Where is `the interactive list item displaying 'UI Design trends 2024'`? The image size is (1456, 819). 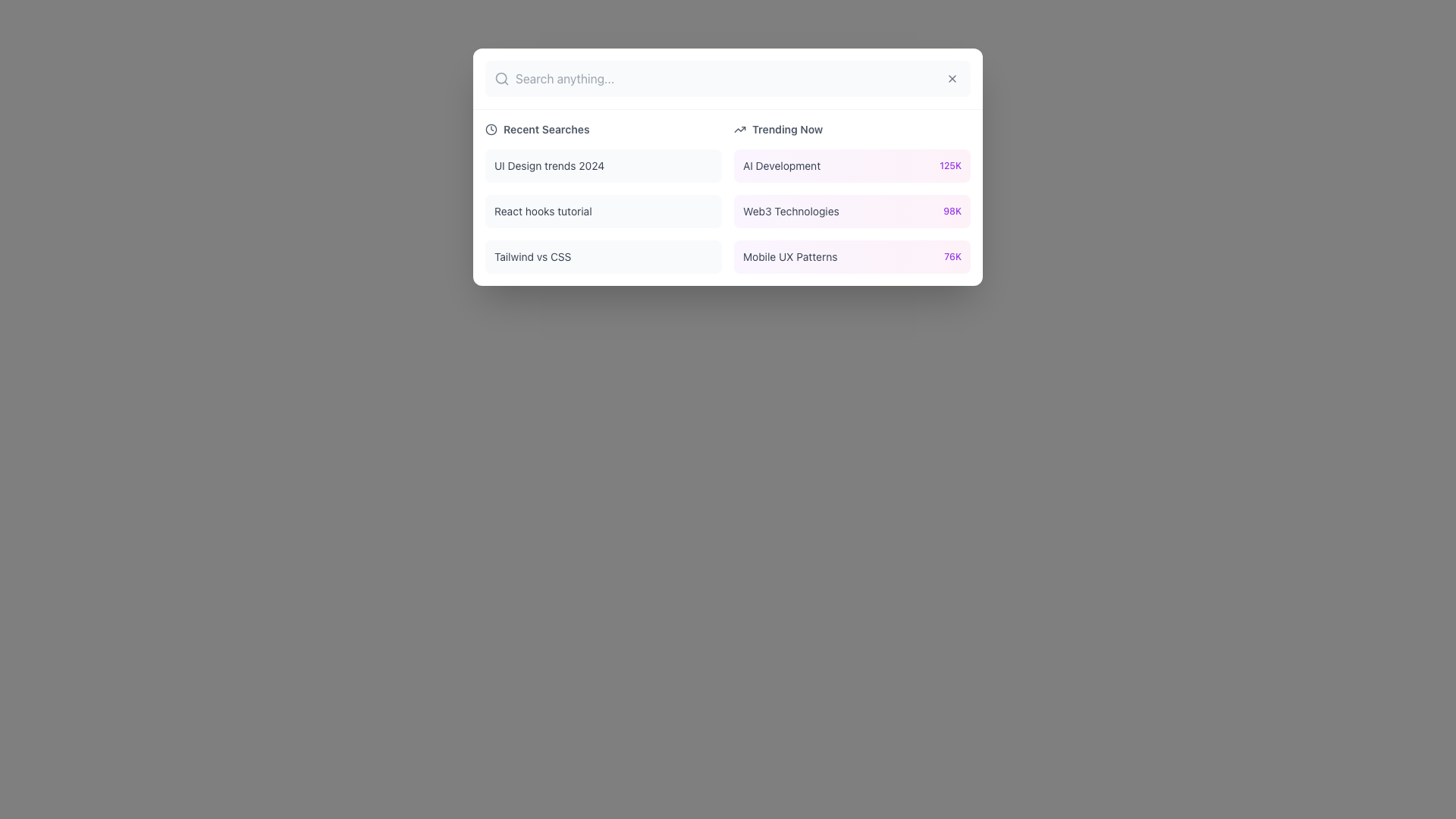
the interactive list item displaying 'UI Design trends 2024' is located at coordinates (603, 166).